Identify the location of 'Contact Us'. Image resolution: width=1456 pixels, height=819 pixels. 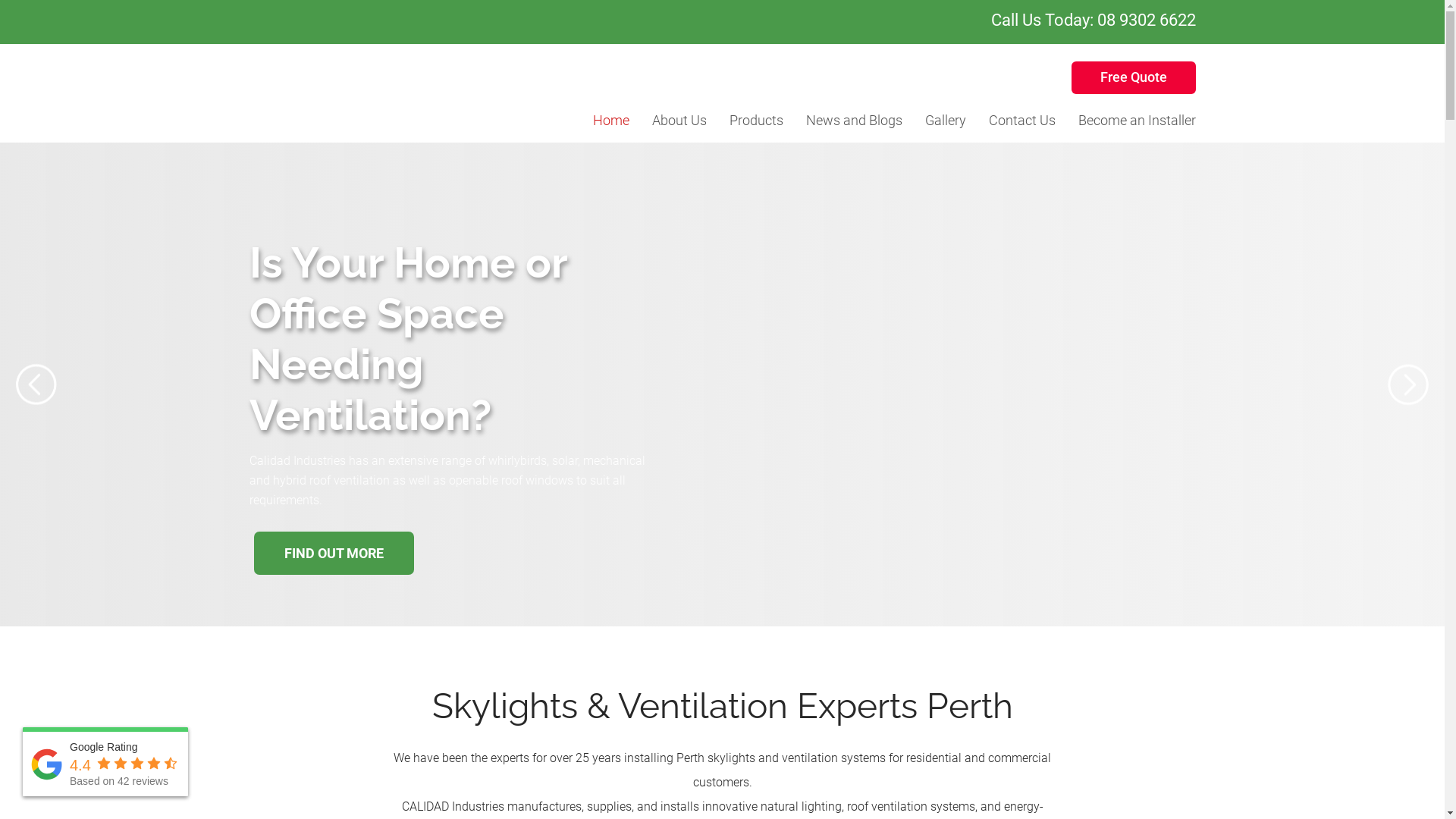
(1022, 119).